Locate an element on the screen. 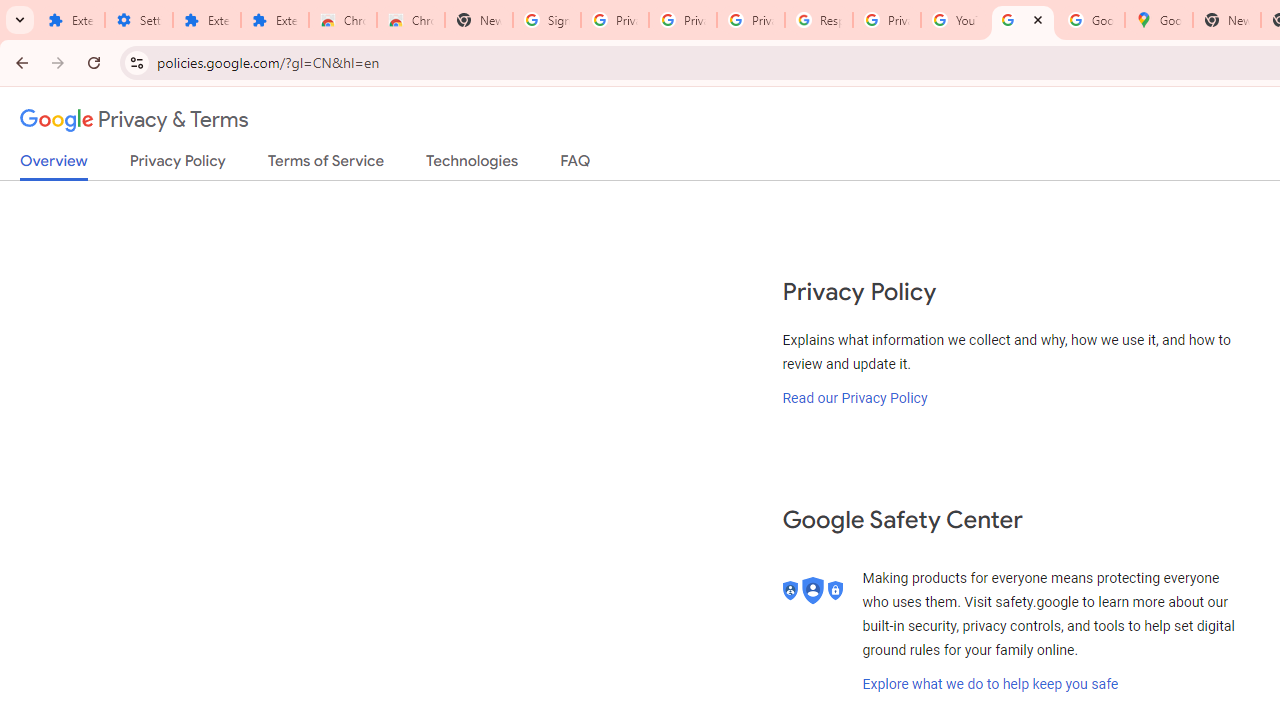 This screenshot has width=1280, height=720. 'Extensions' is located at coordinates (206, 20).